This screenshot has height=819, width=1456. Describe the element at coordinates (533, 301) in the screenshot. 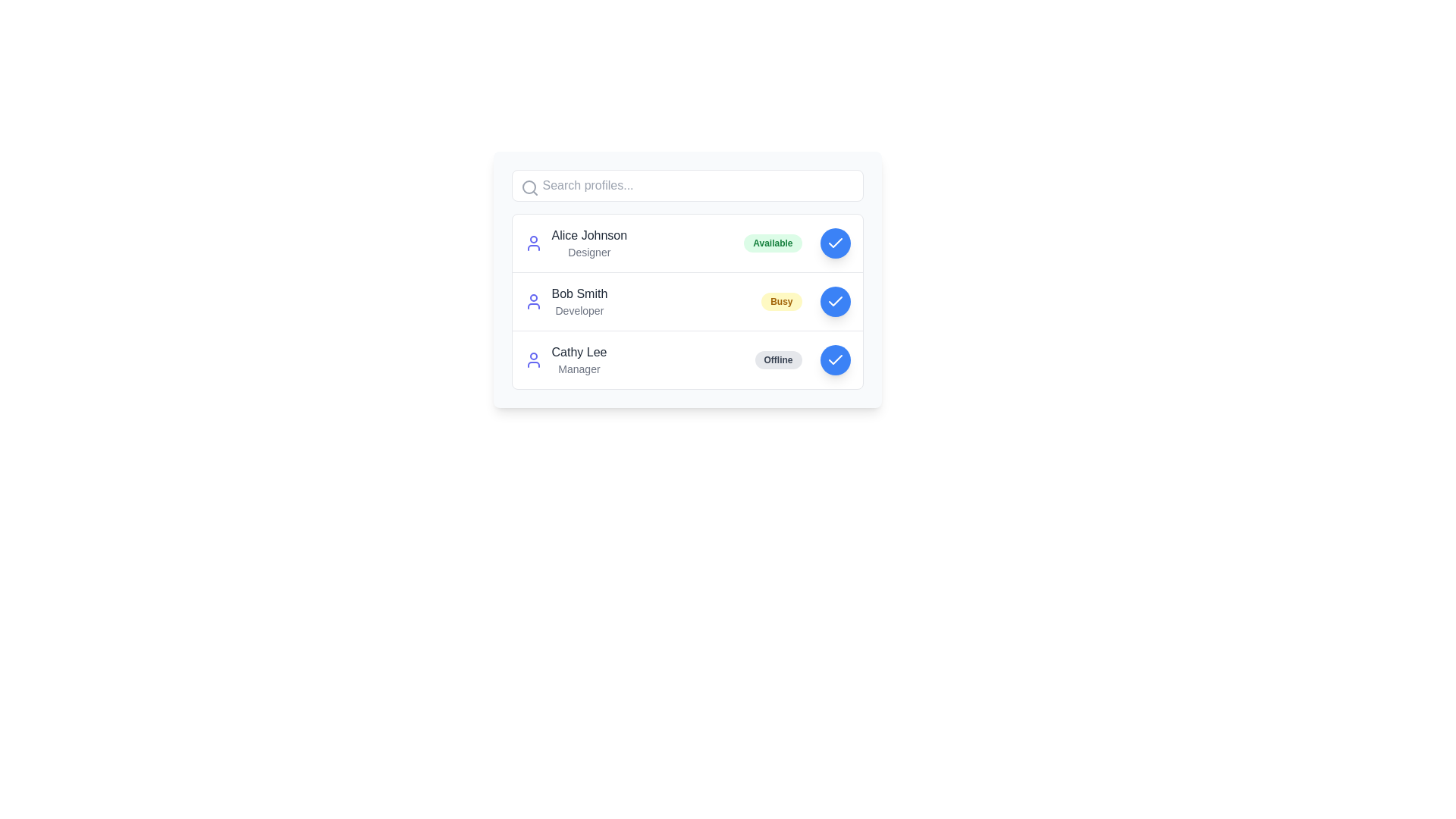

I see `the user icon representing Bob Smith, located in the second row of the profile list` at that location.